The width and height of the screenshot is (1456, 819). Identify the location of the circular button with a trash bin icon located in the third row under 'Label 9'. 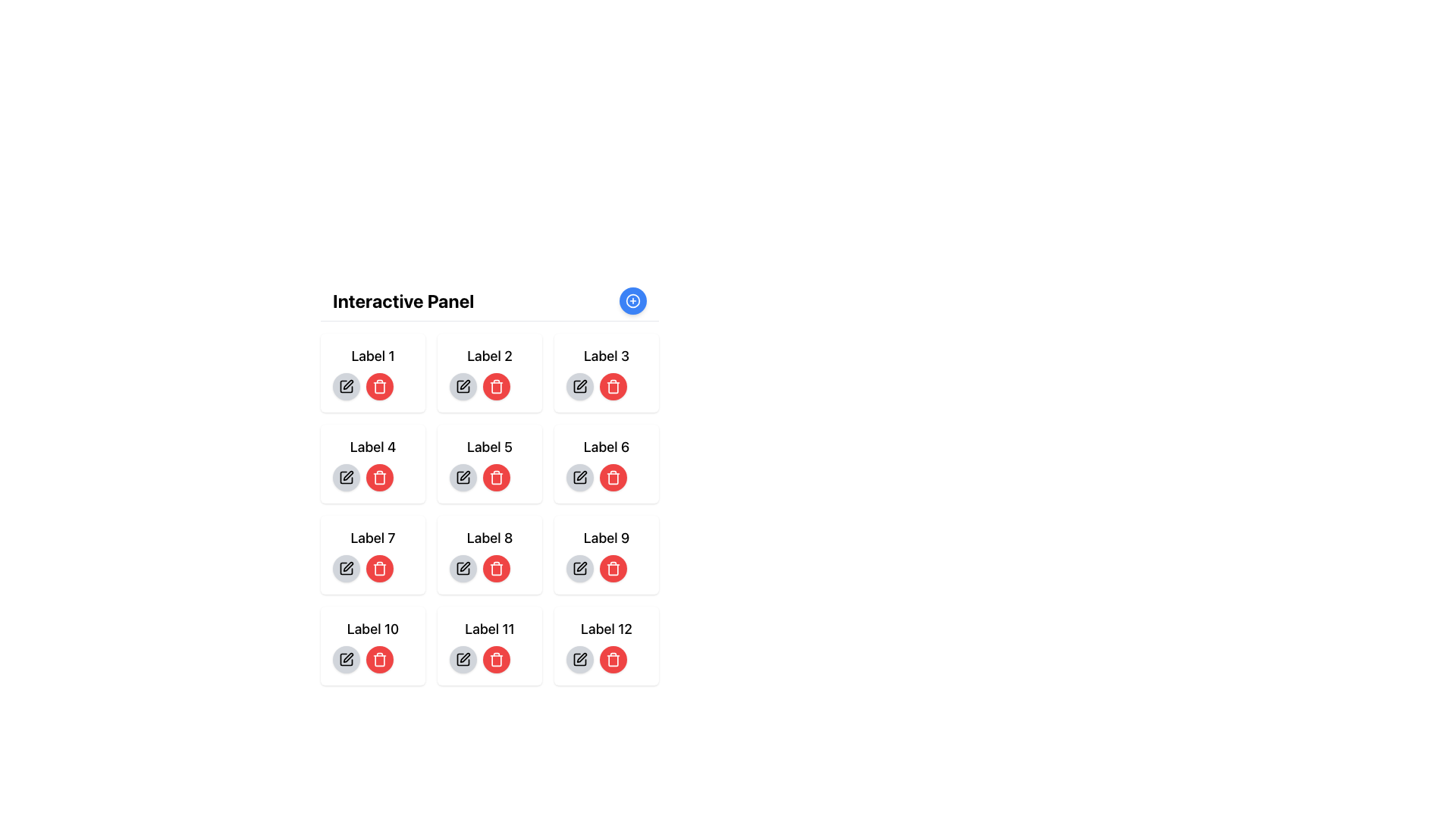
(613, 568).